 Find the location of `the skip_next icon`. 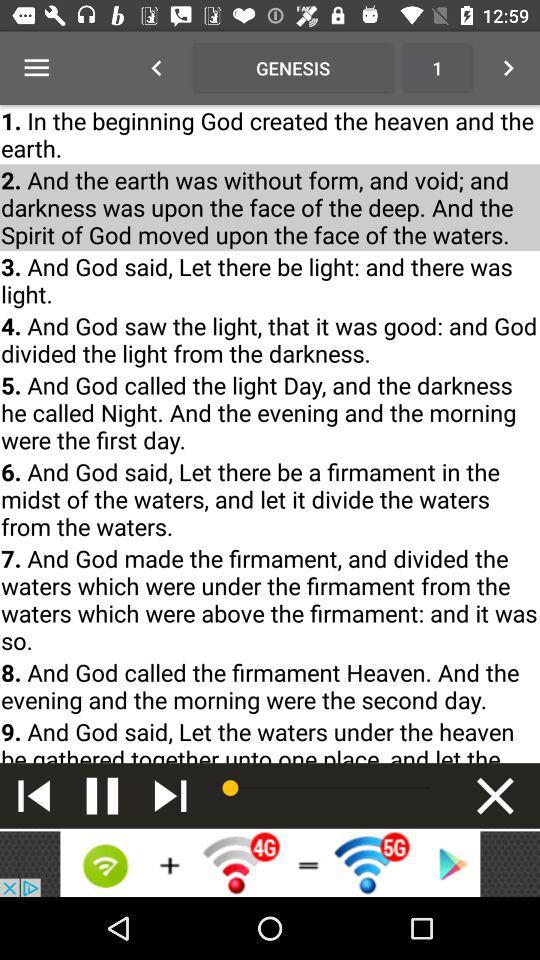

the skip_next icon is located at coordinates (170, 795).